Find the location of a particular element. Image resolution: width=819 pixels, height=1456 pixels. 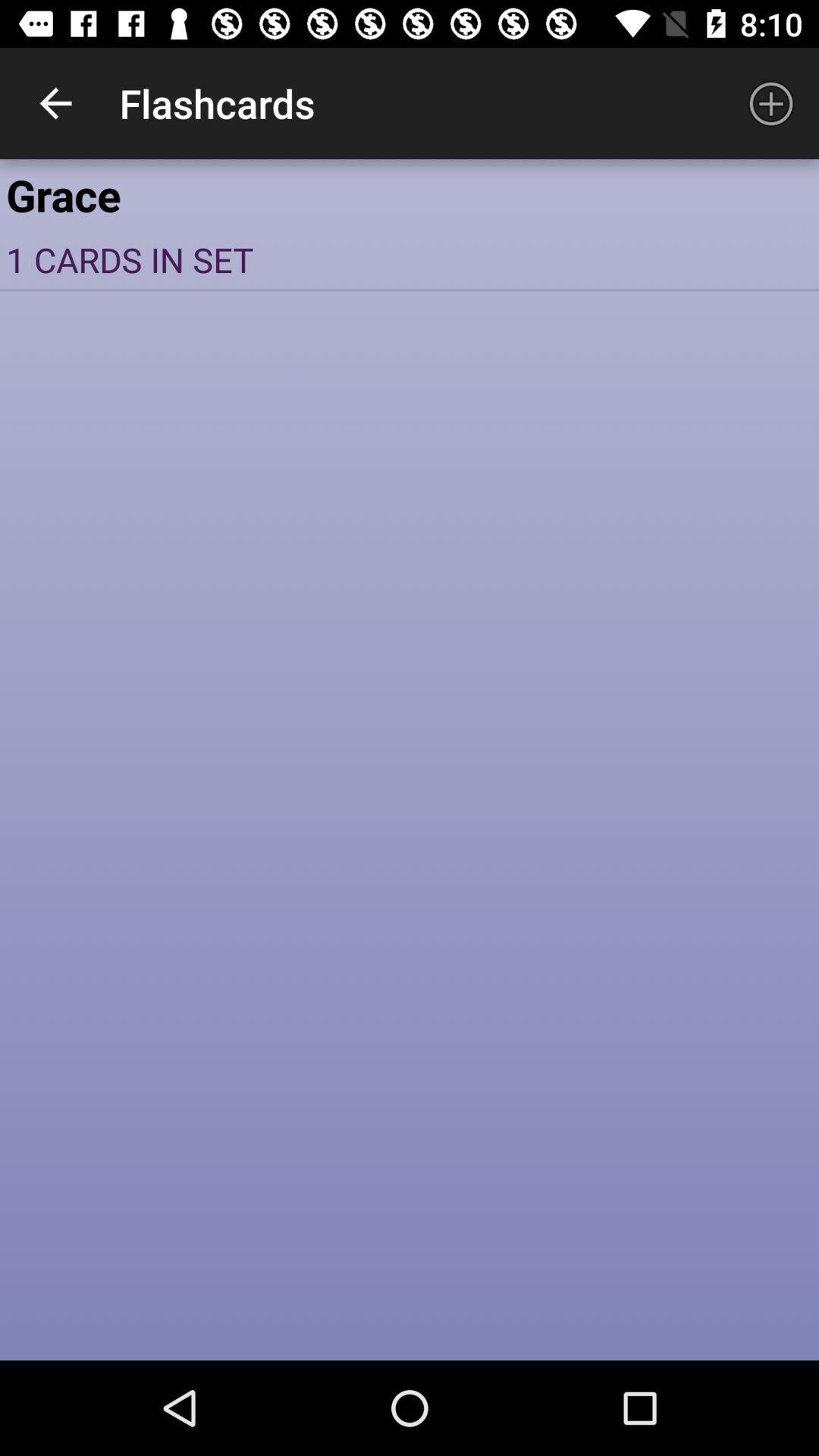

item above grace item is located at coordinates (771, 102).